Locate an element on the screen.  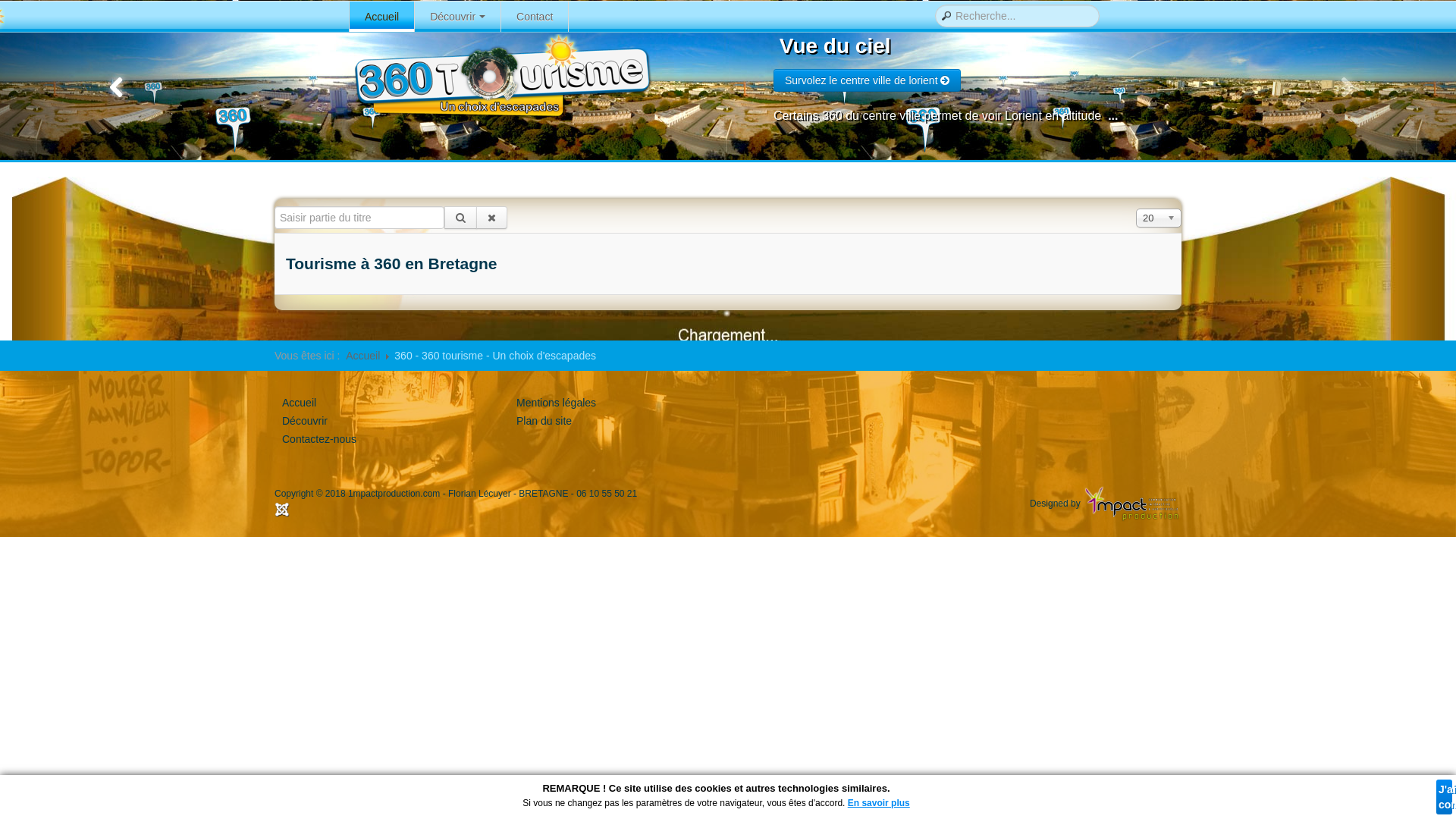
'Contactez-nous' is located at coordinates (282, 438).